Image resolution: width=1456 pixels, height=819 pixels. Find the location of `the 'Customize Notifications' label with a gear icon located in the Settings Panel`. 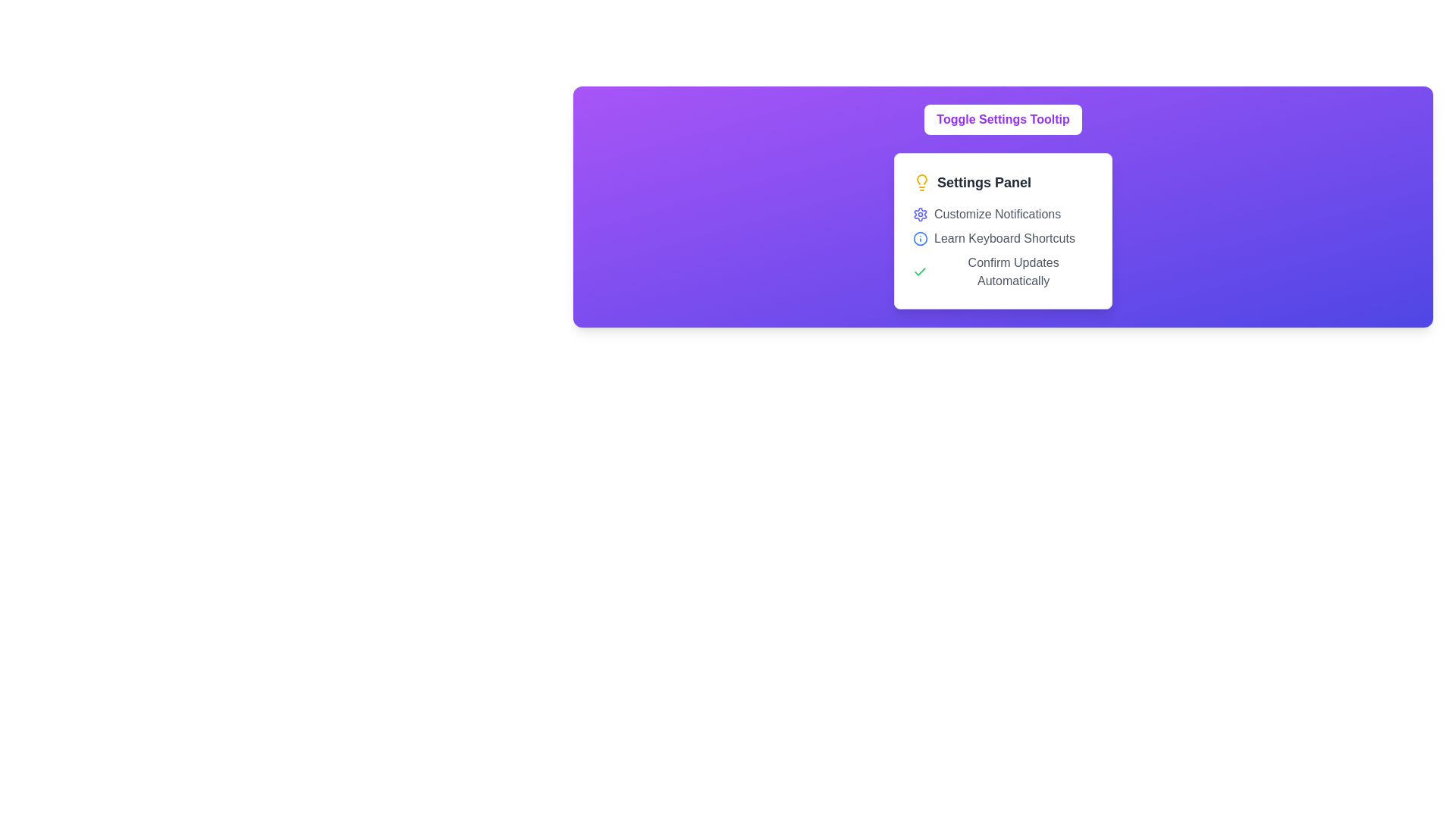

the 'Customize Notifications' label with a gear icon located in the Settings Panel is located at coordinates (1003, 214).